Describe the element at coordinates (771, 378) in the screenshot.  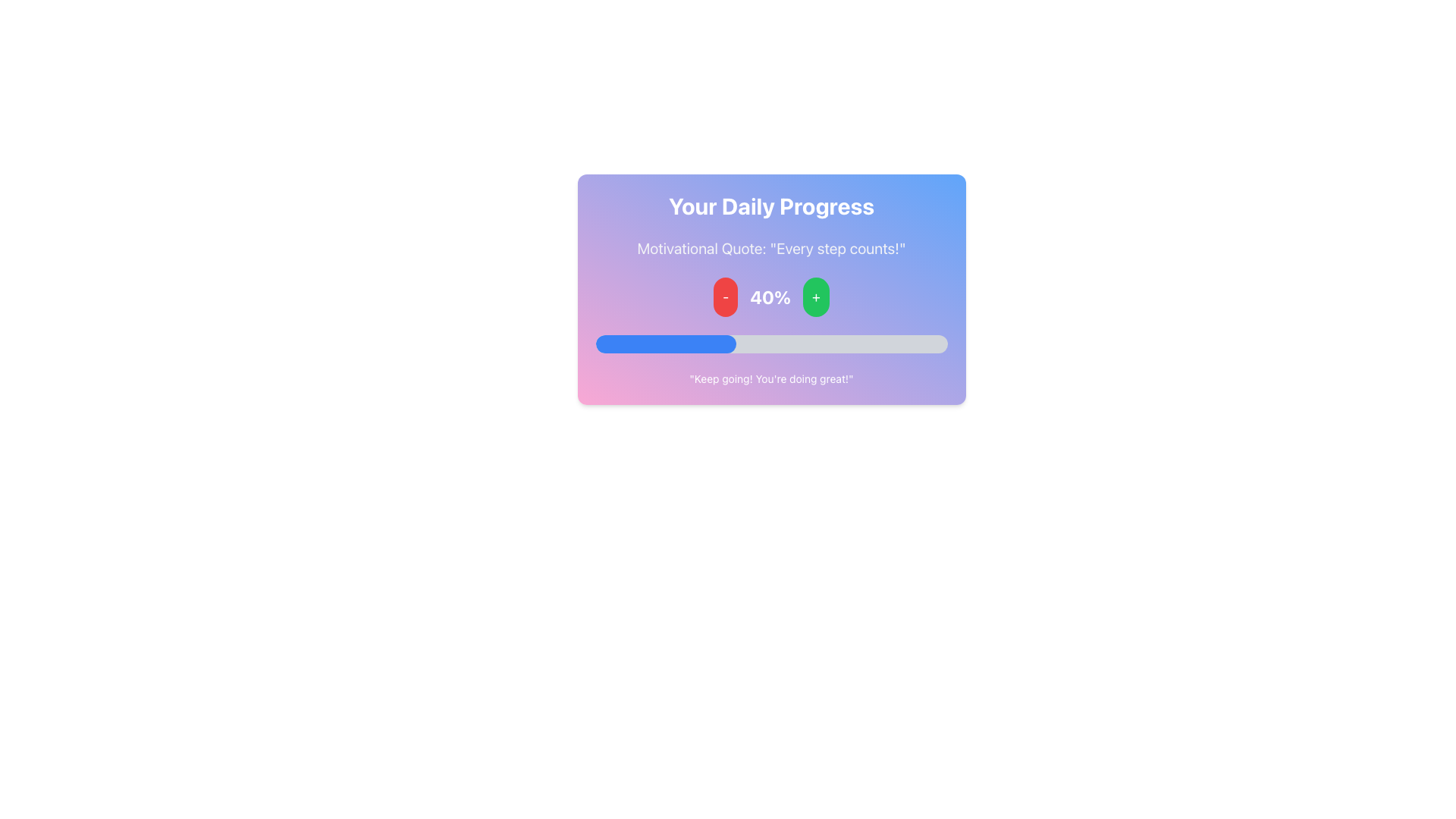
I see `the motivational message static text located centrally at the bottom of the card structure, below the progress bar and percentage indicators` at that location.